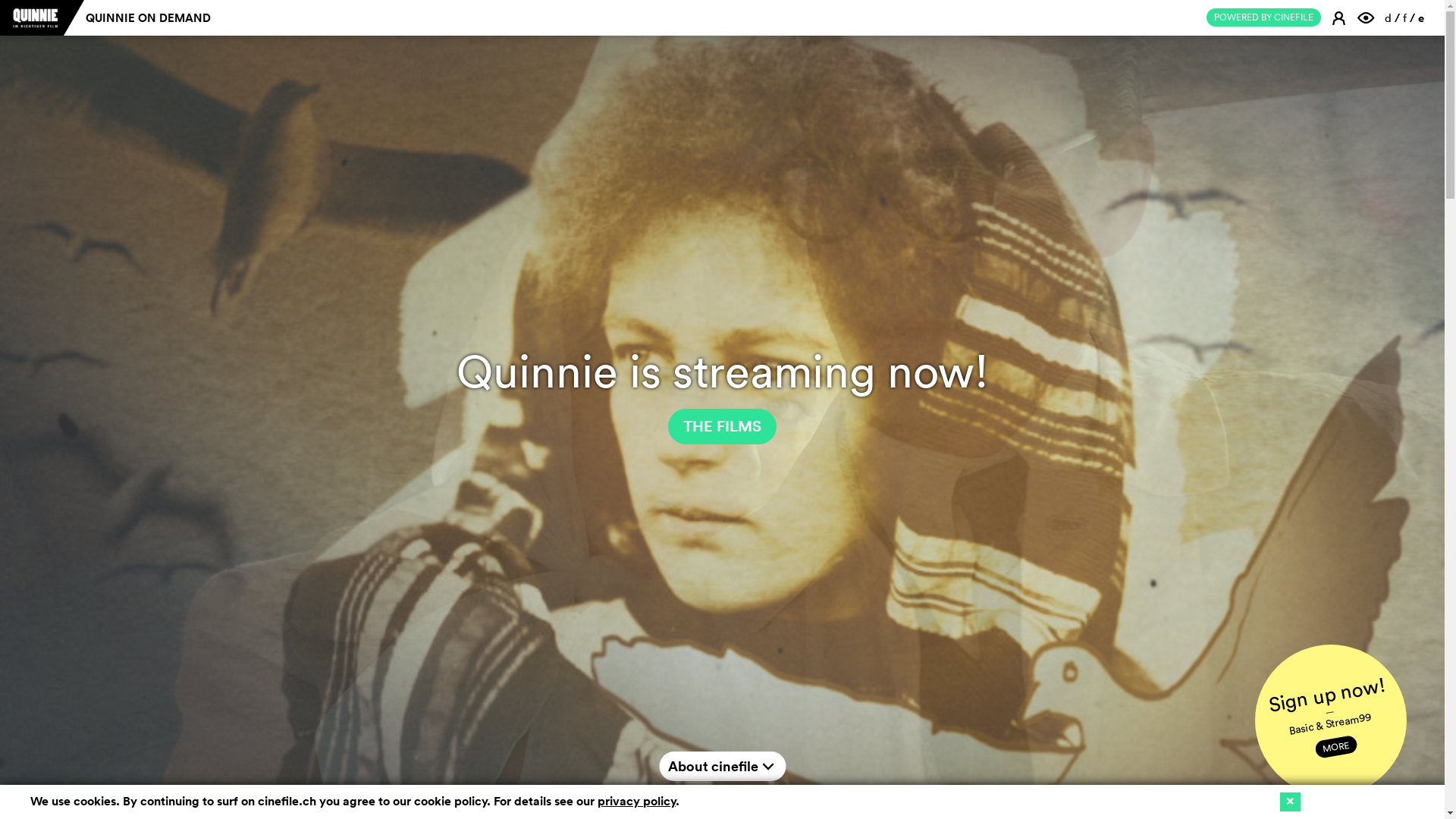 Image resolution: width=1456 pixels, height=819 pixels. Describe the element at coordinates (721, 766) in the screenshot. I see `'About cinefile q'` at that location.